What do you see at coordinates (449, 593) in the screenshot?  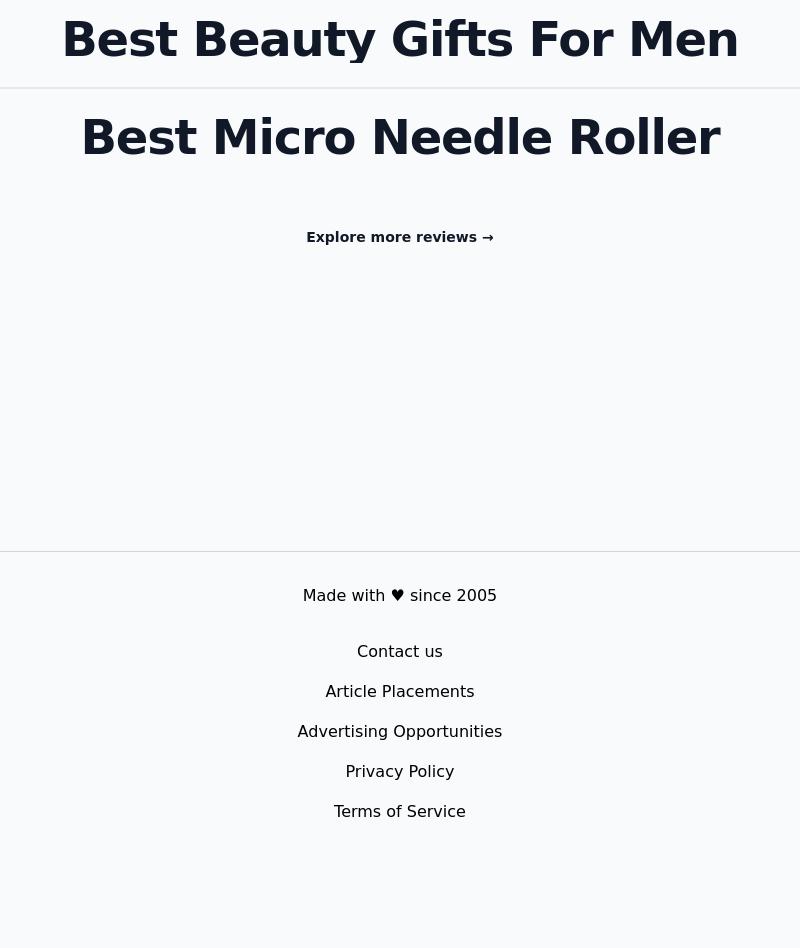 I see `'since 2005'` at bounding box center [449, 593].